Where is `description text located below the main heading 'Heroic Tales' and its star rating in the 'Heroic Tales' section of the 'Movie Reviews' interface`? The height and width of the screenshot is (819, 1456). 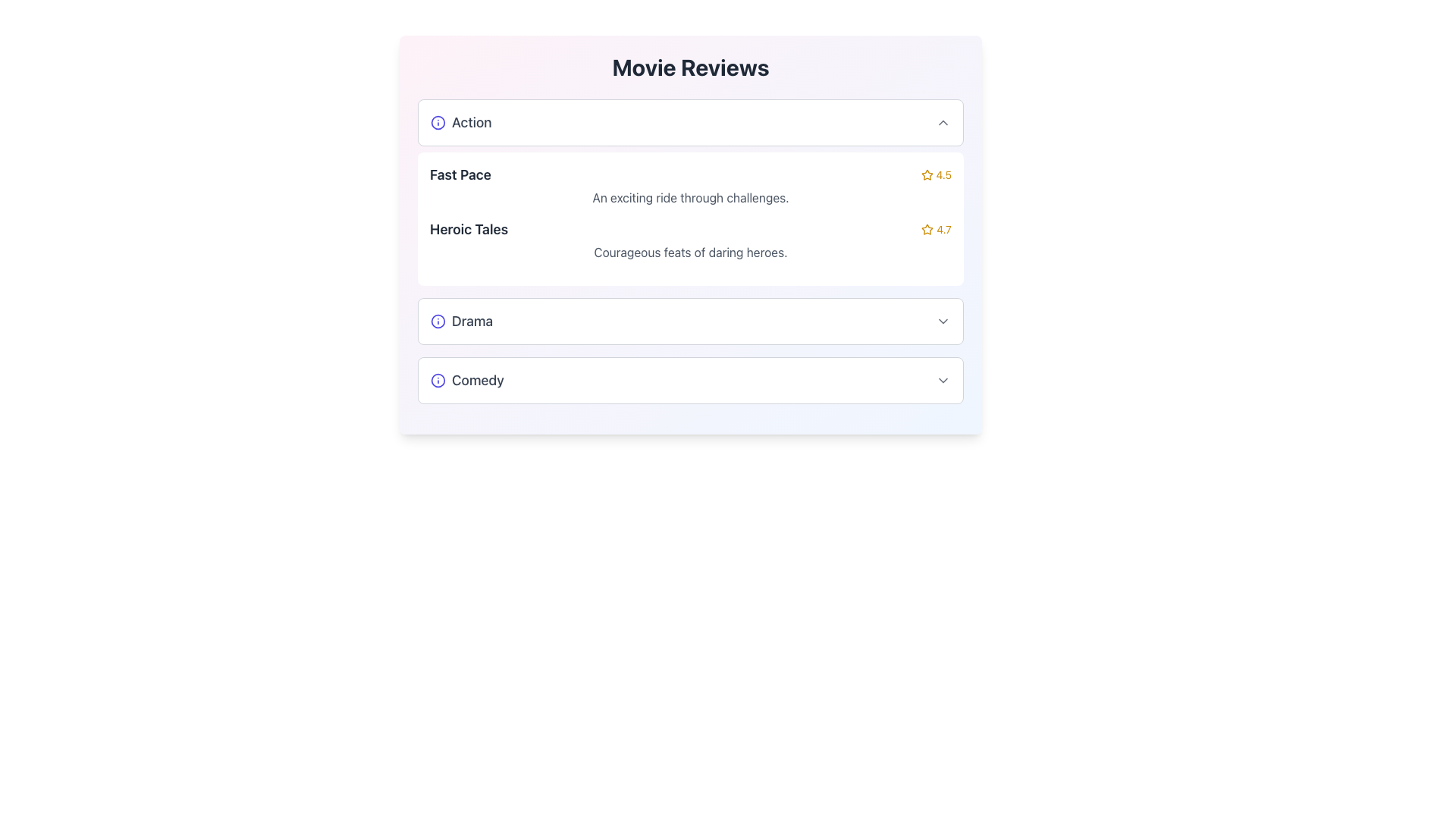 description text located below the main heading 'Heroic Tales' and its star rating in the 'Heroic Tales' section of the 'Movie Reviews' interface is located at coordinates (690, 251).